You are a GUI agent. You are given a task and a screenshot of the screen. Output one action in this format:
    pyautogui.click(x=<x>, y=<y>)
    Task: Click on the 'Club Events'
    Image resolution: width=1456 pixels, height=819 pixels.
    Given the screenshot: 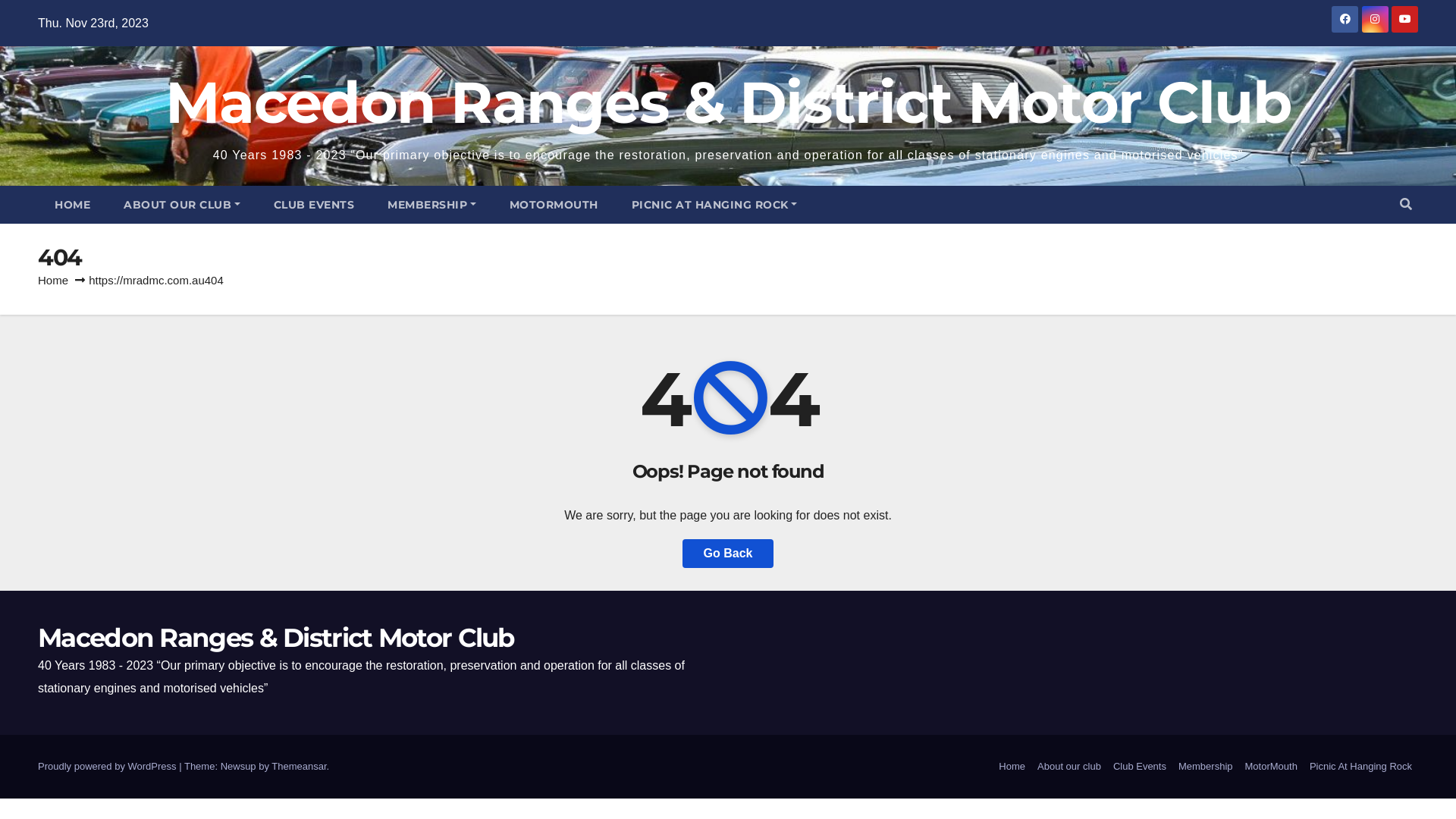 What is the action you would take?
    pyautogui.click(x=1139, y=766)
    